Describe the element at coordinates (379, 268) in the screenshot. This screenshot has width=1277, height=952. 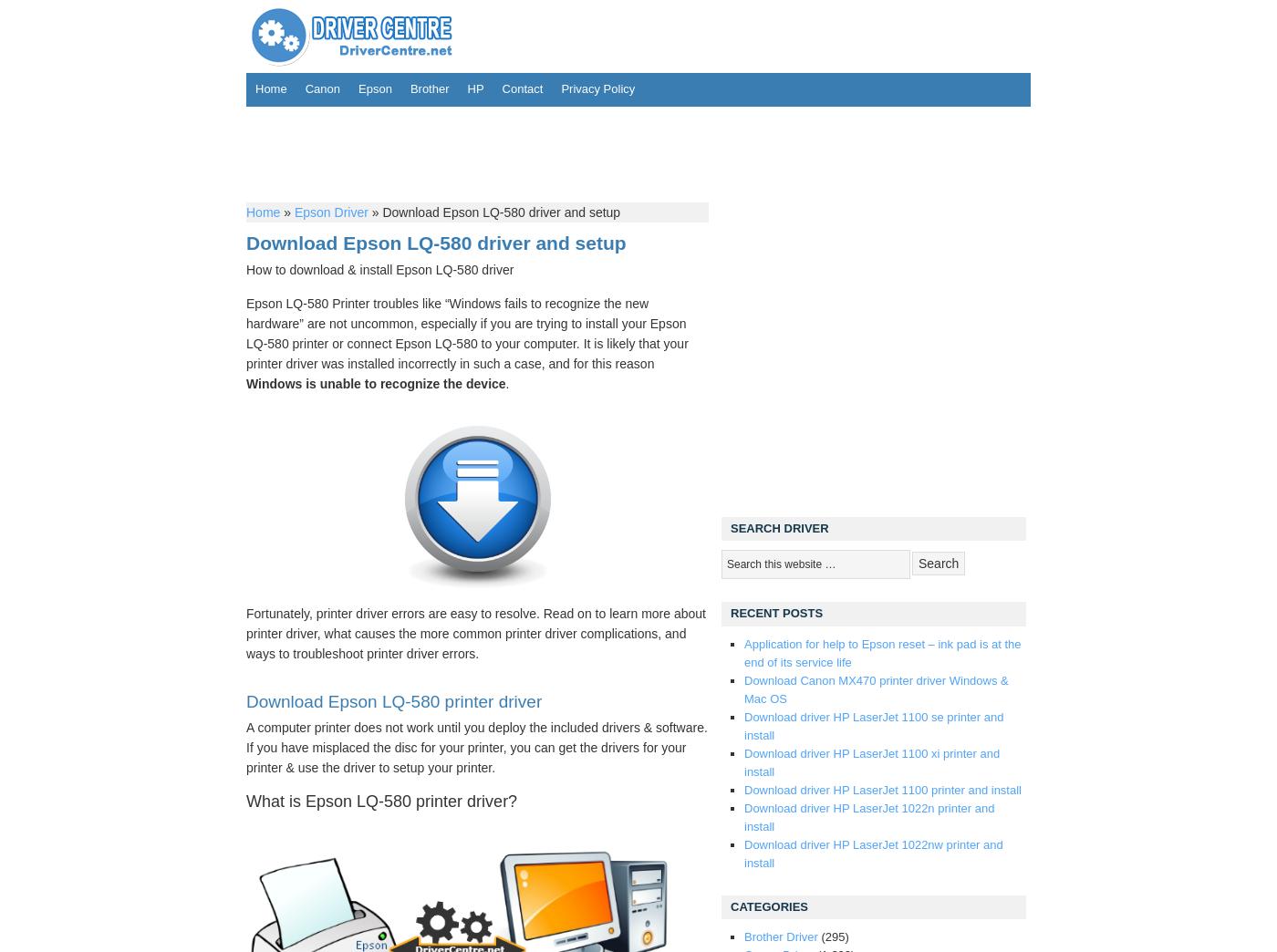
I see `'How to download & install Epson LQ-580 driver'` at that location.